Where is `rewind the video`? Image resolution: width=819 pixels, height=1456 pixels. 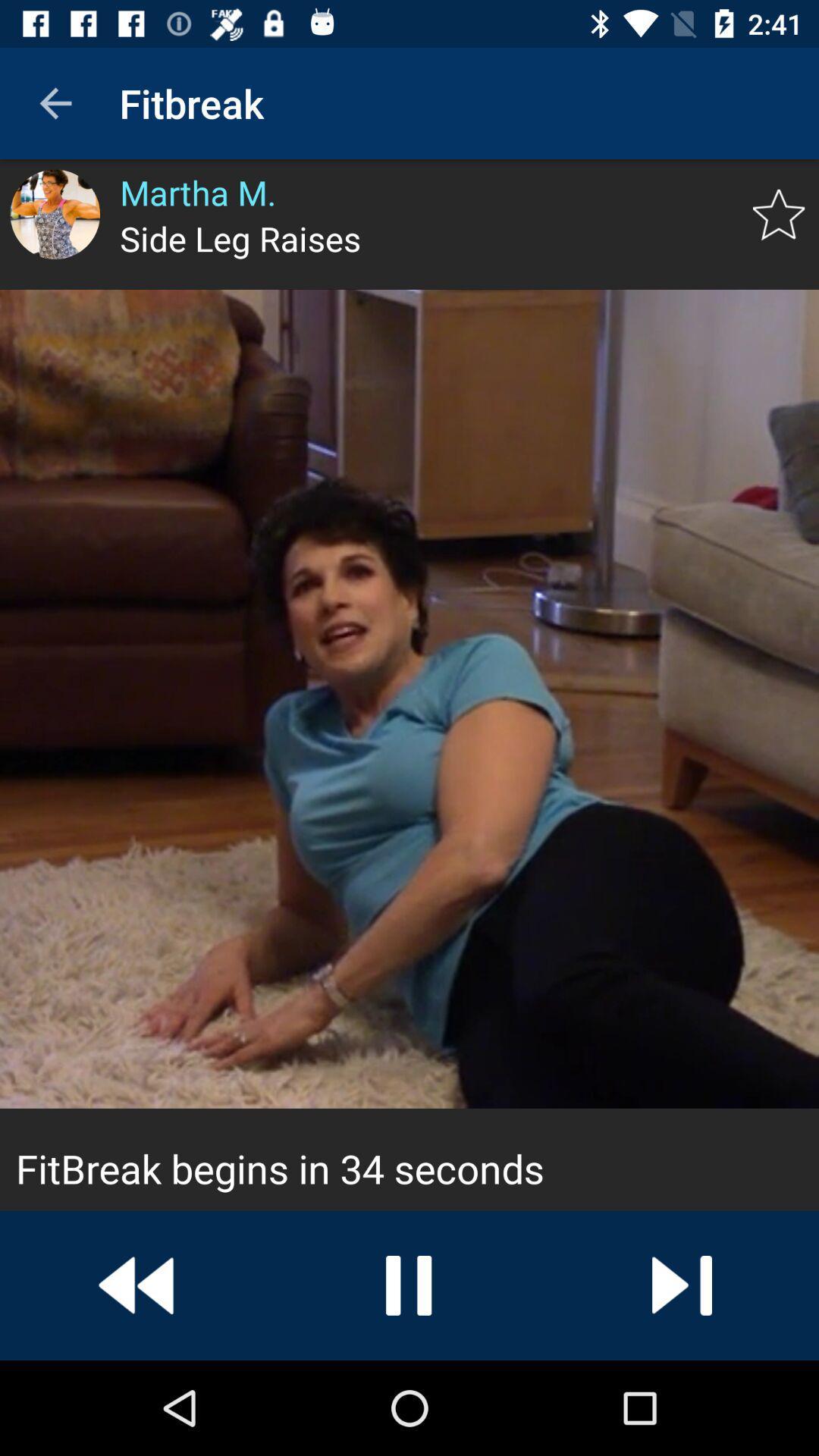
rewind the video is located at coordinates (136, 1285).